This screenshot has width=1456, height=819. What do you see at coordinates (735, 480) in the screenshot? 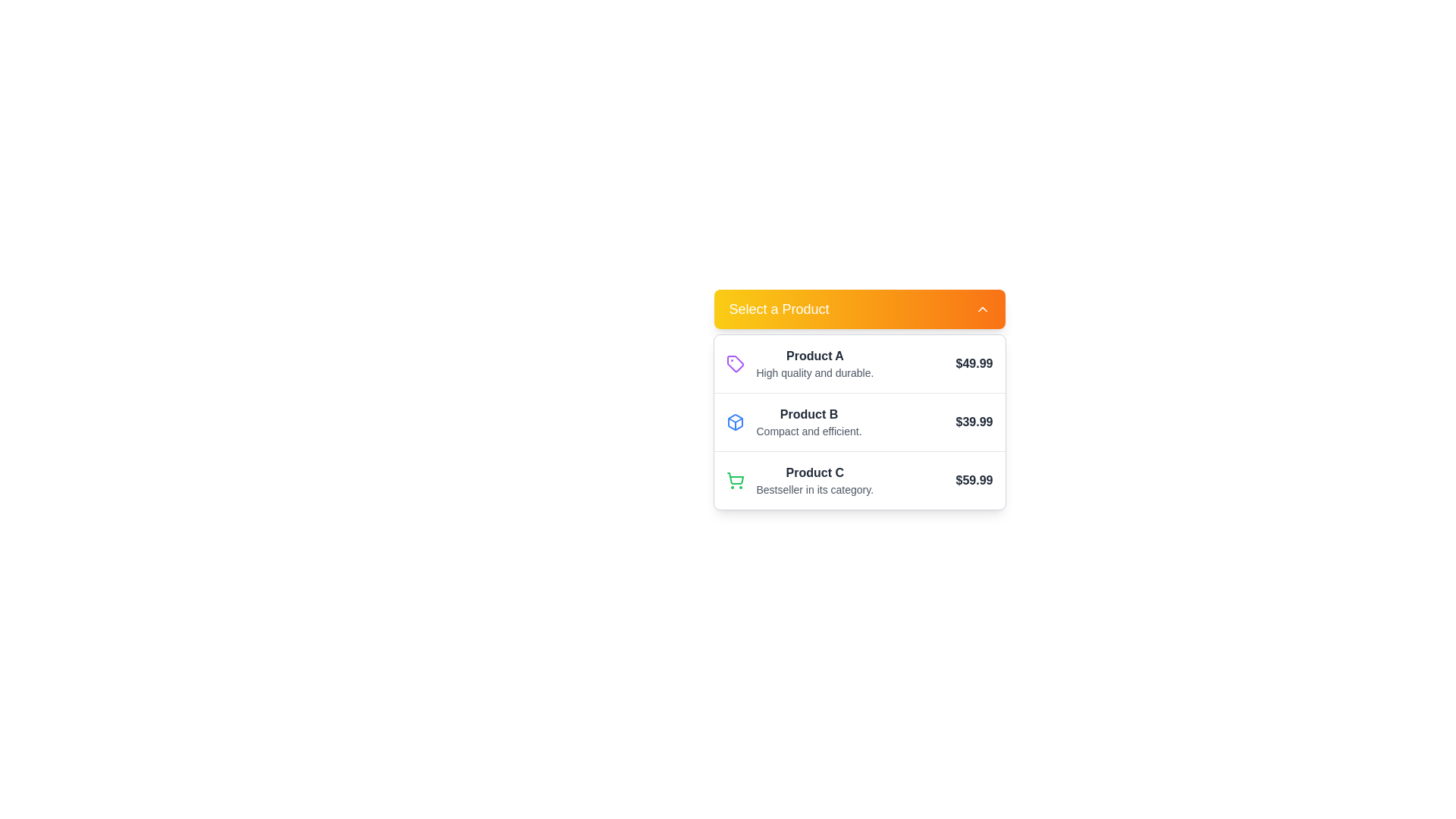
I see `the shopping cart icon located adjacent to 'Product C' and to the left of the price label '$59.99' in the product list` at bounding box center [735, 480].